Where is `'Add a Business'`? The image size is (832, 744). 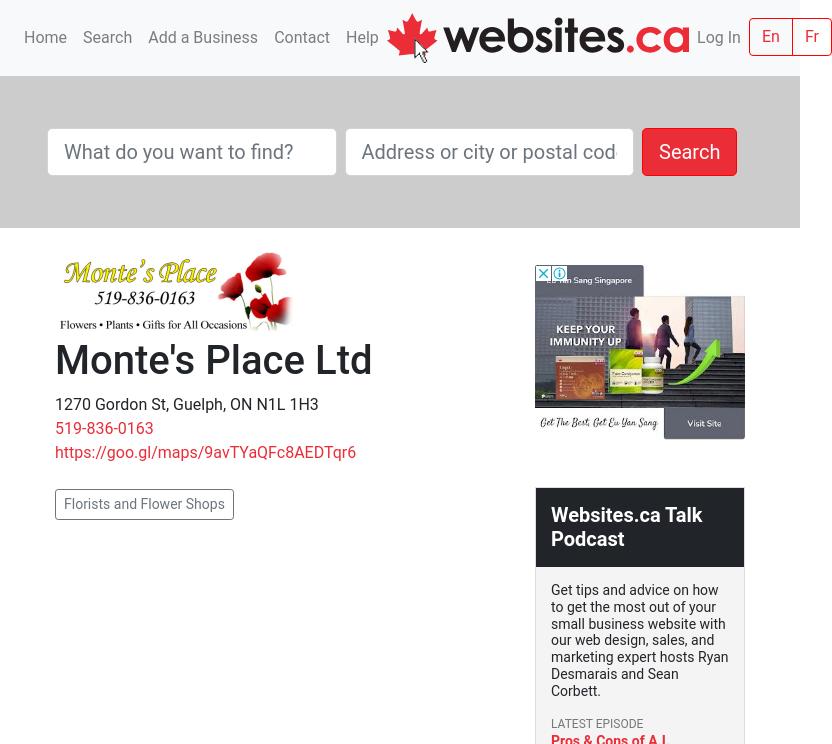 'Add a Business' is located at coordinates (202, 36).